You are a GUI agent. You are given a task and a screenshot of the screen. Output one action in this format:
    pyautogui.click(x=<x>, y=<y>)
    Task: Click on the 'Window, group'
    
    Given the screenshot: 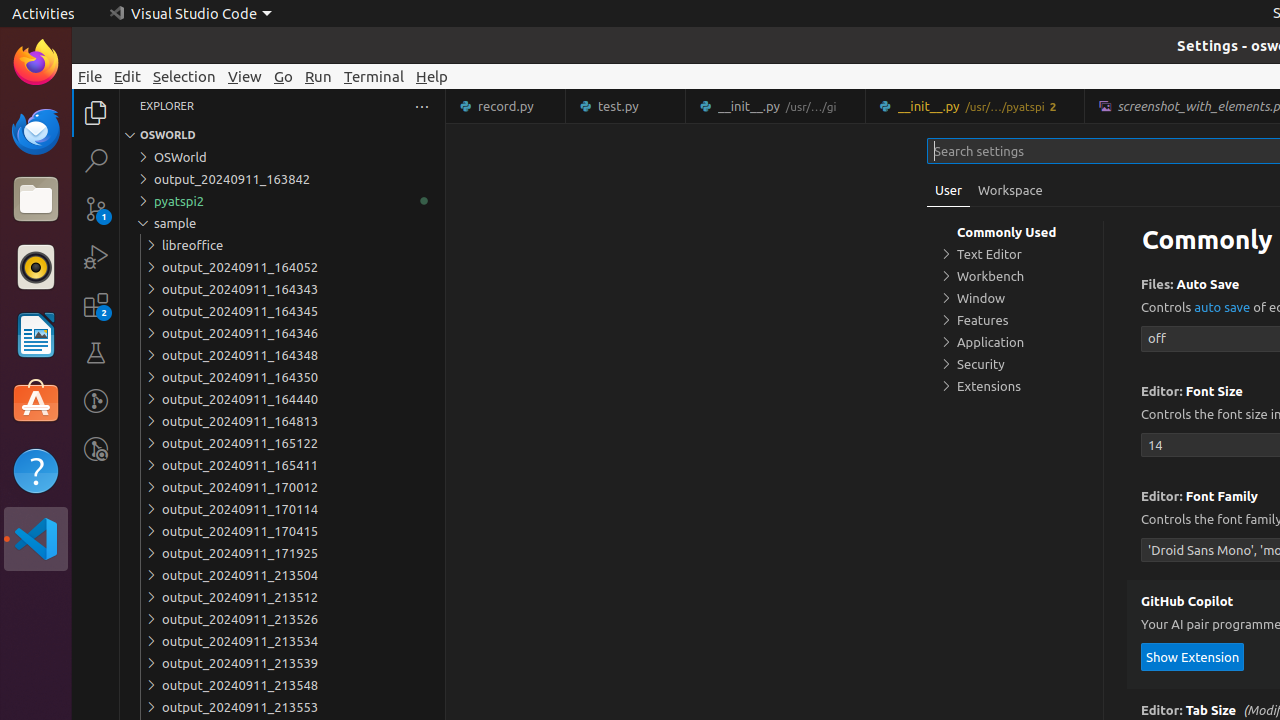 What is the action you would take?
    pyautogui.click(x=1015, y=298)
    